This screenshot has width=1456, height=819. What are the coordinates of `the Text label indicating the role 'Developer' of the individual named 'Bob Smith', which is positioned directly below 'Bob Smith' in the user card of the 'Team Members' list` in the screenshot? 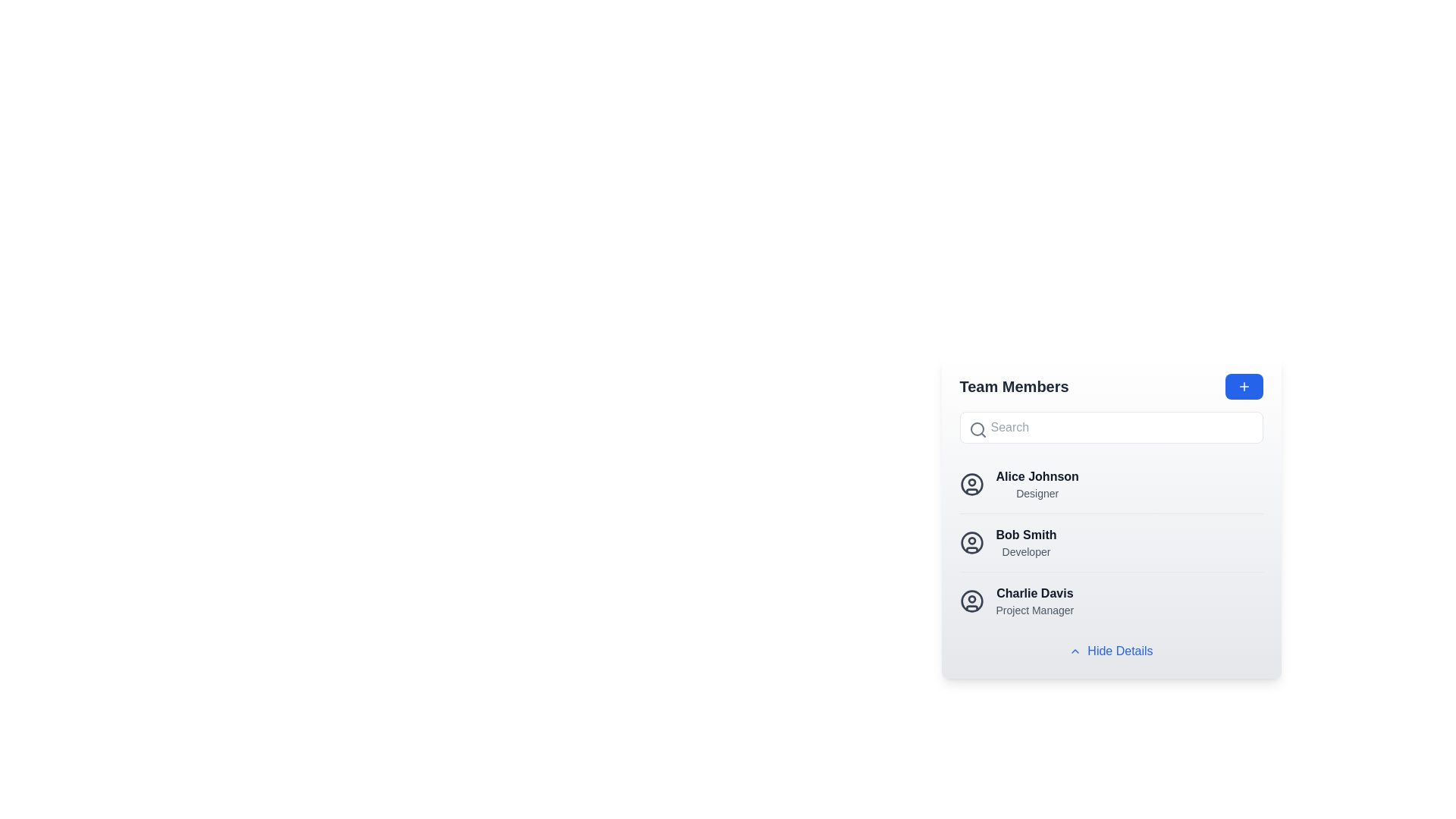 It's located at (1026, 552).